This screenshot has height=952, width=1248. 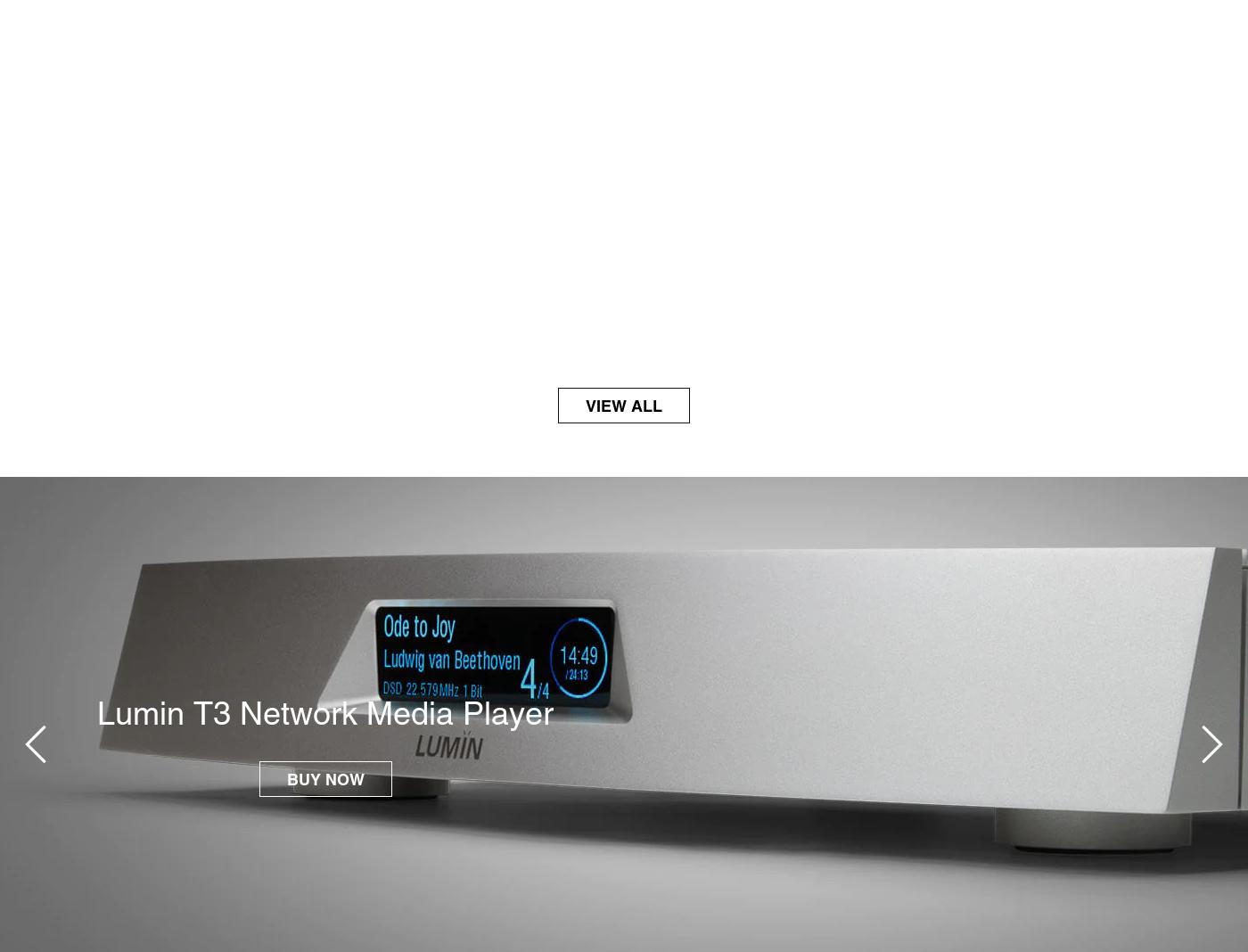 I want to click on 'Lumin T3 Network Media Player', so click(x=324, y=711).